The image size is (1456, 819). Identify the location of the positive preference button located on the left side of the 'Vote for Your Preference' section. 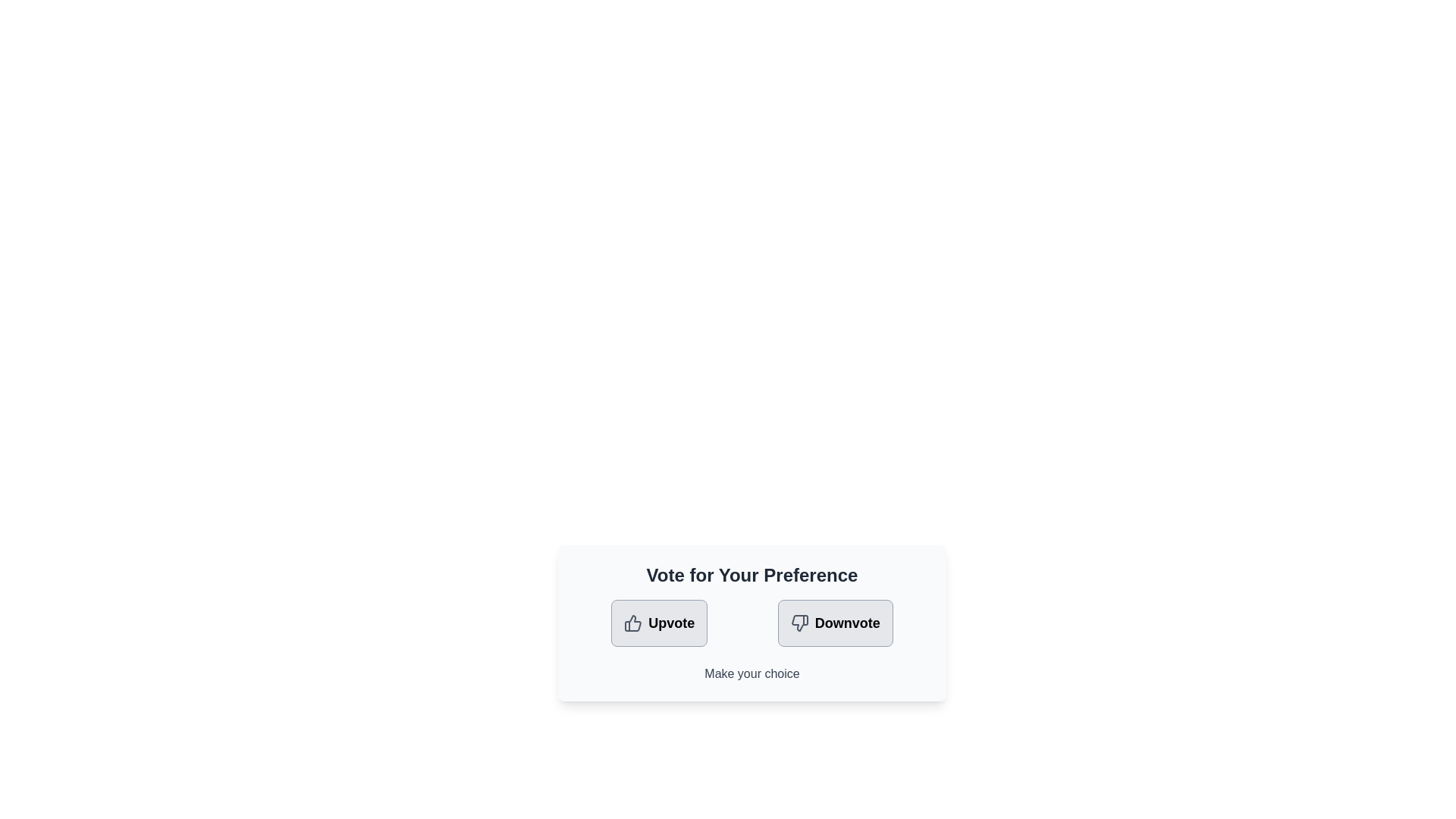
(659, 623).